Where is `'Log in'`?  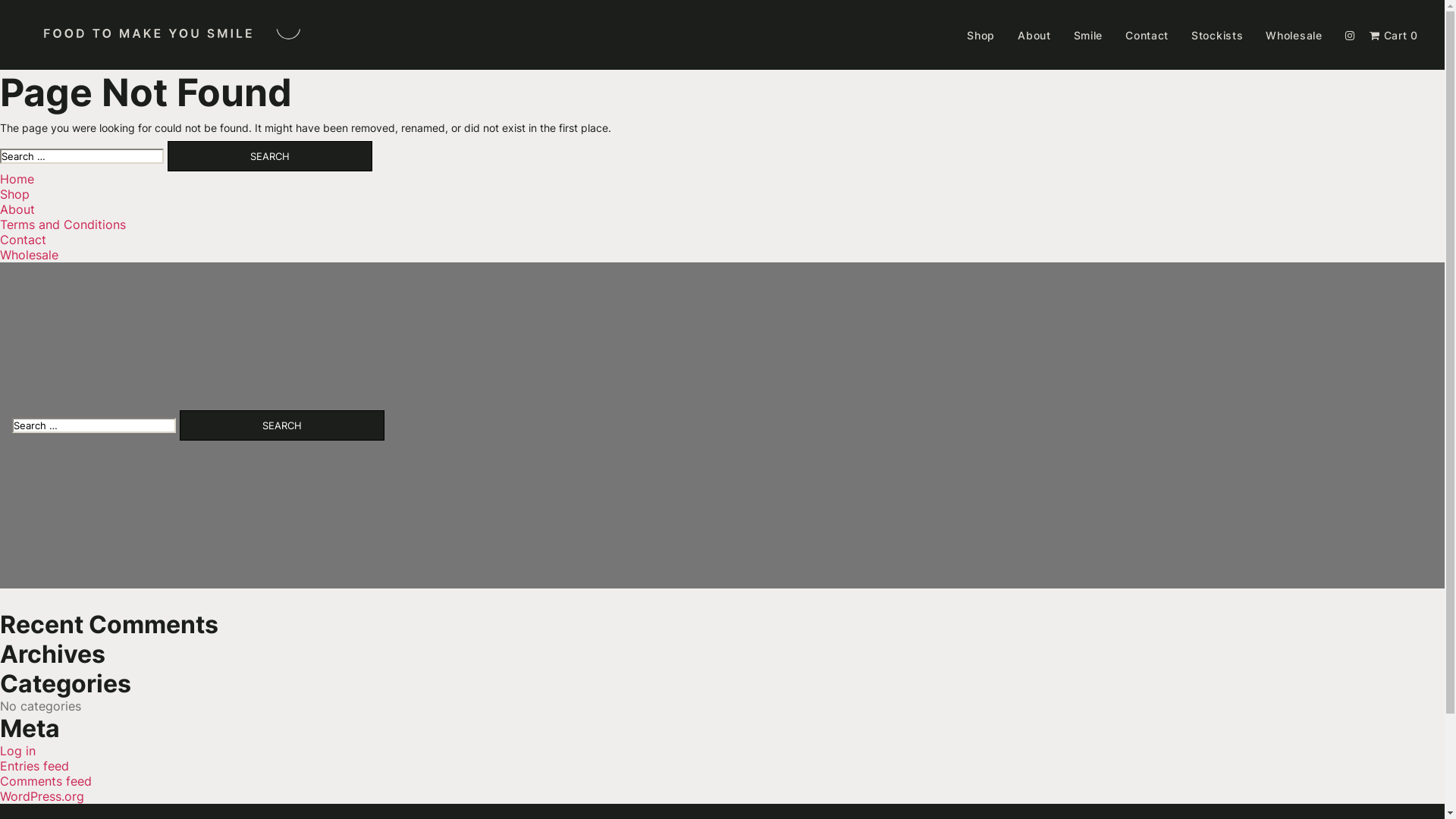
'Log in' is located at coordinates (17, 751).